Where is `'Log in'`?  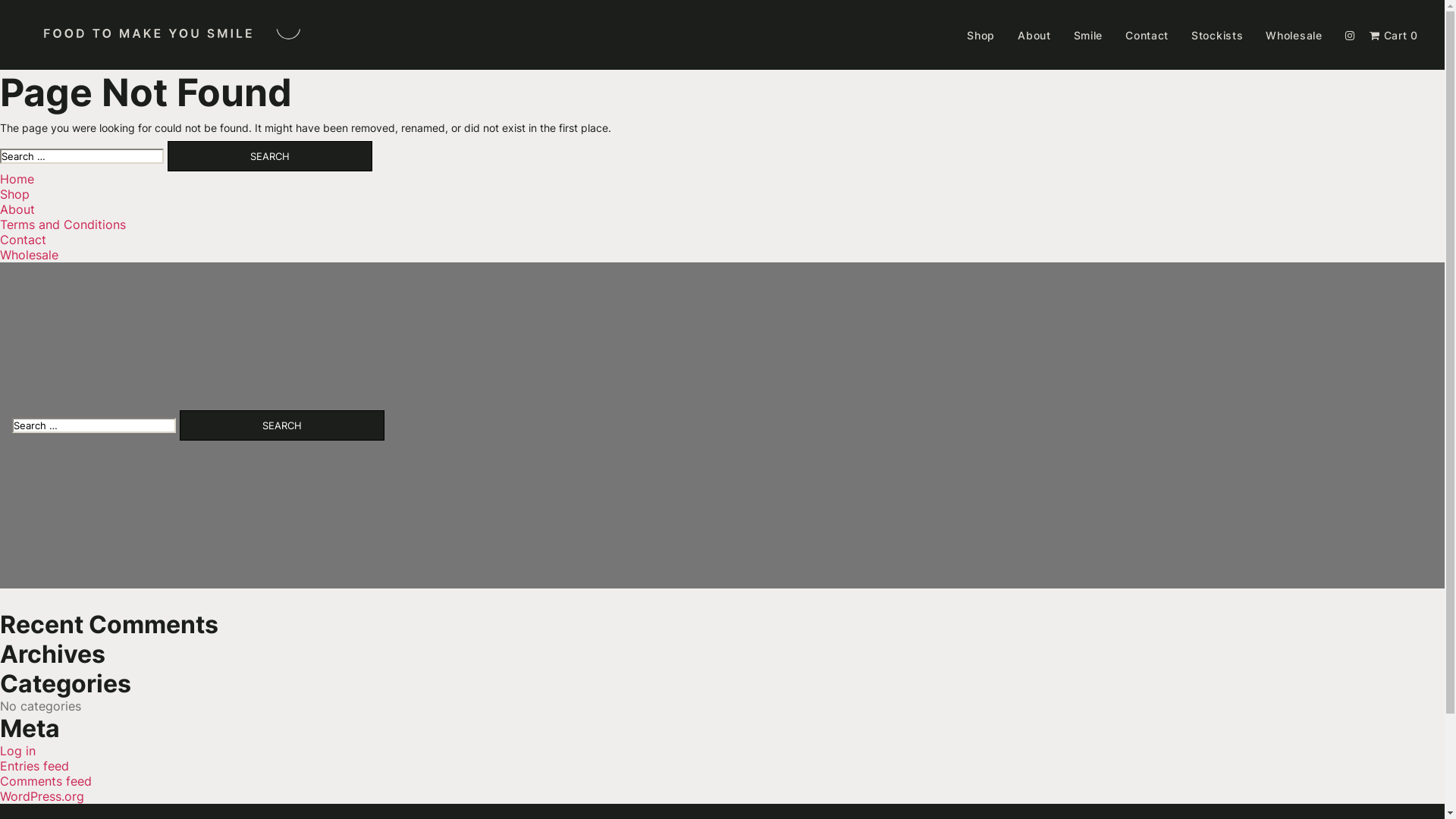
'Log in' is located at coordinates (17, 751).